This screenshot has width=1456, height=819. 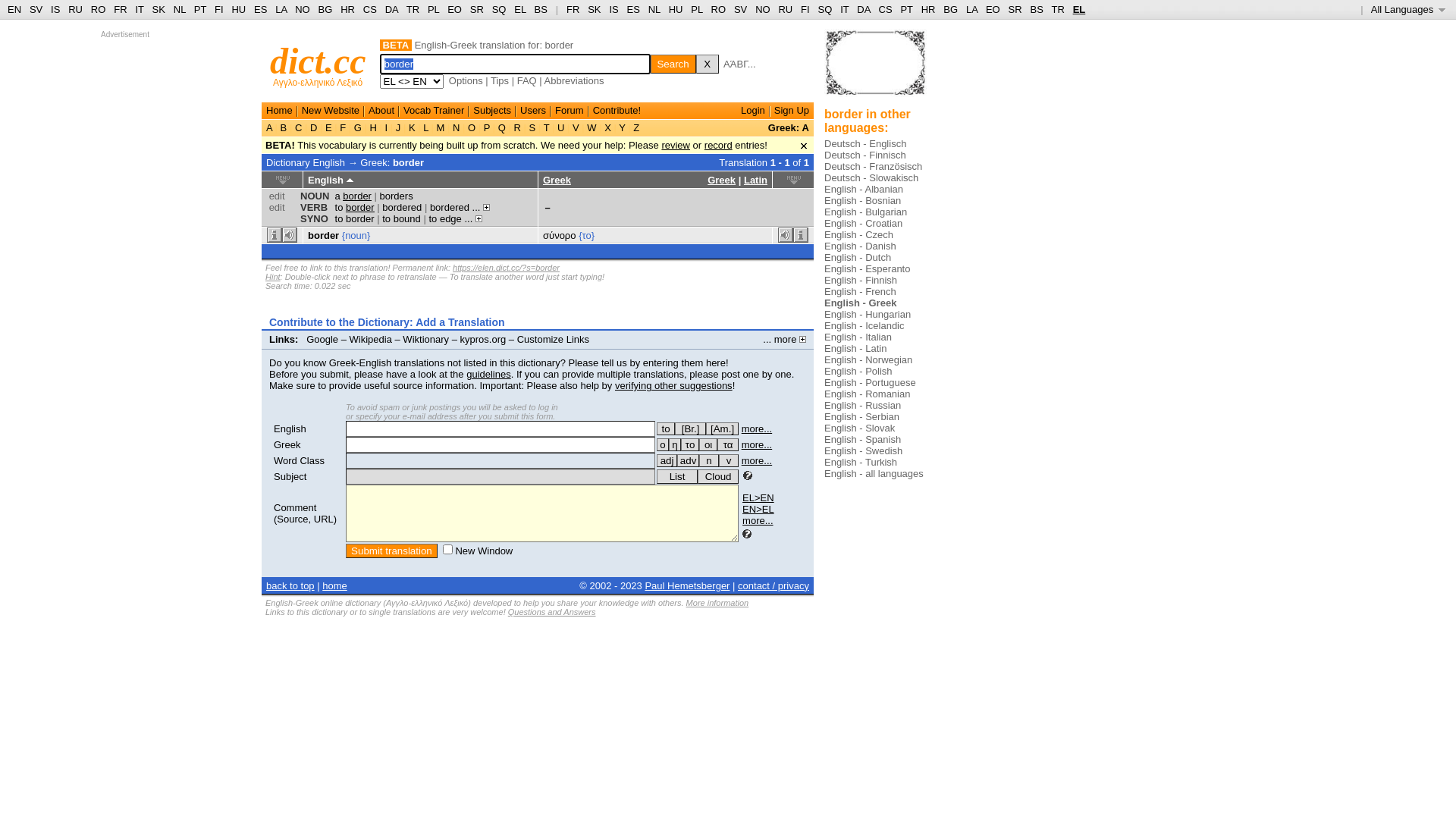 I want to click on 'BS', so click(x=541, y=9).